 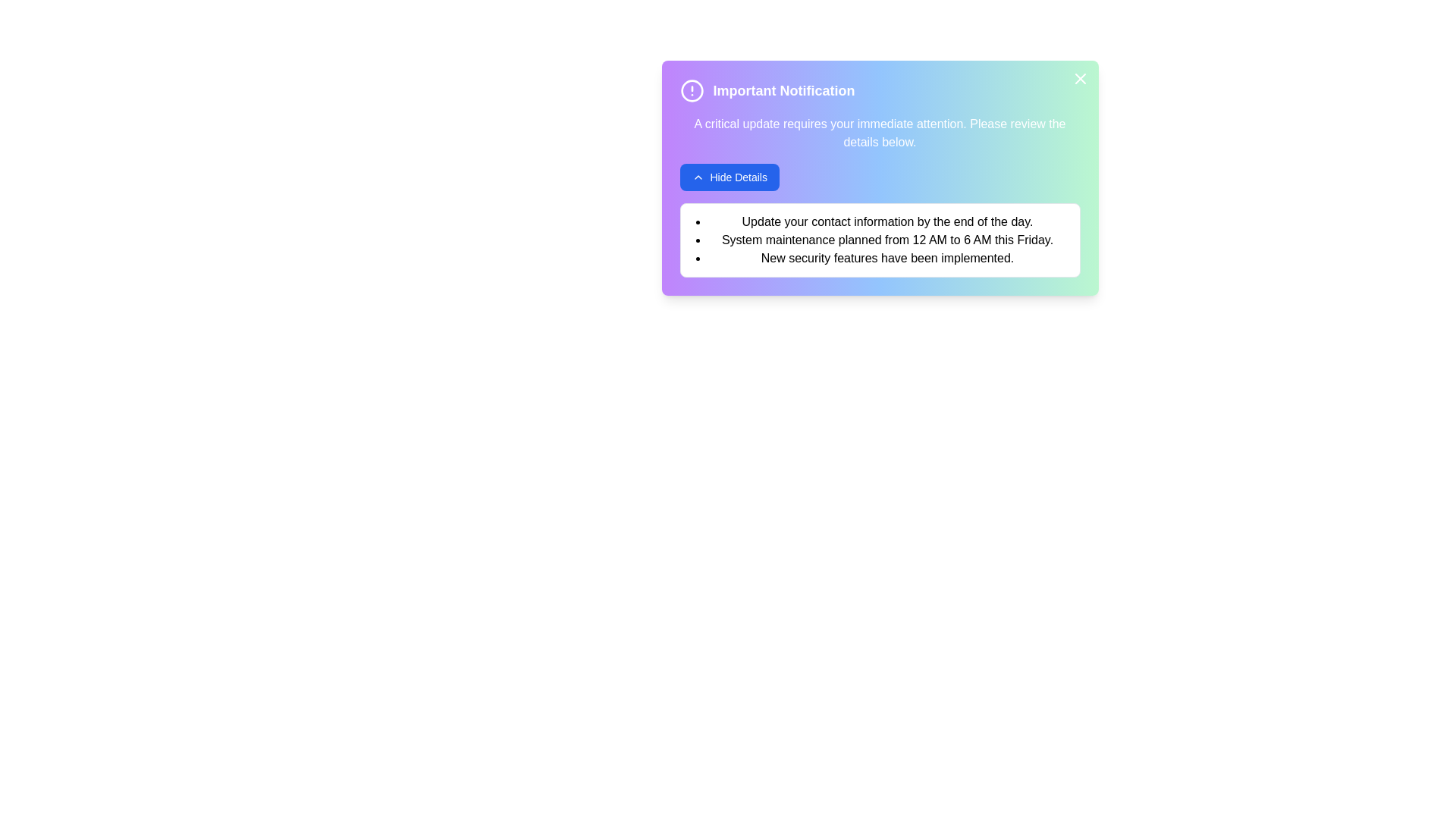 I want to click on the close button to dismiss the notification, so click(x=1079, y=79).